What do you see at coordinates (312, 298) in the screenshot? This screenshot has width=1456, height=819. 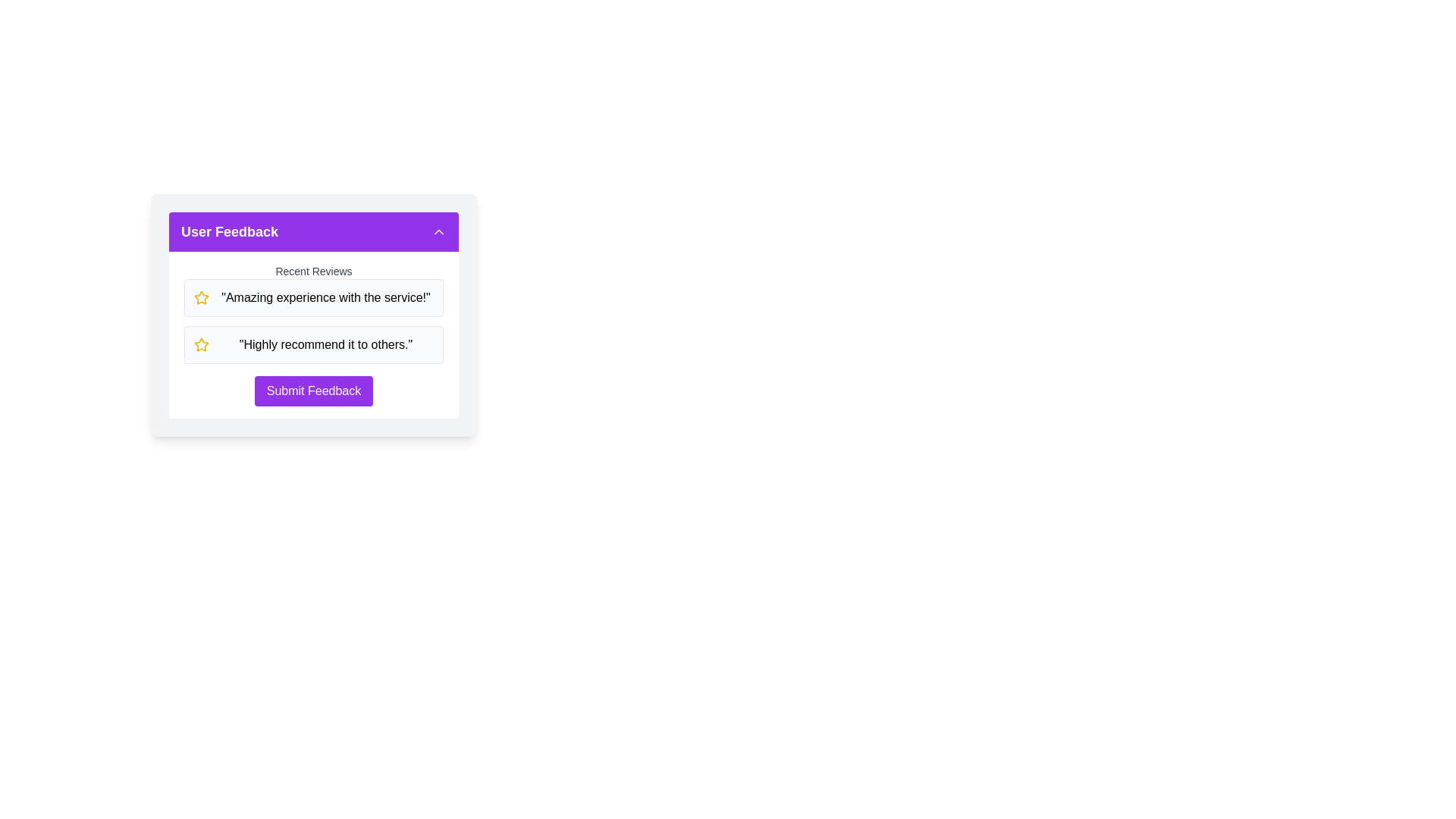 I see `the first review item in the 'Recent Reviews' section, which contains a yellow star icon and the text 'Amazing experience with the service!'` at bounding box center [312, 298].